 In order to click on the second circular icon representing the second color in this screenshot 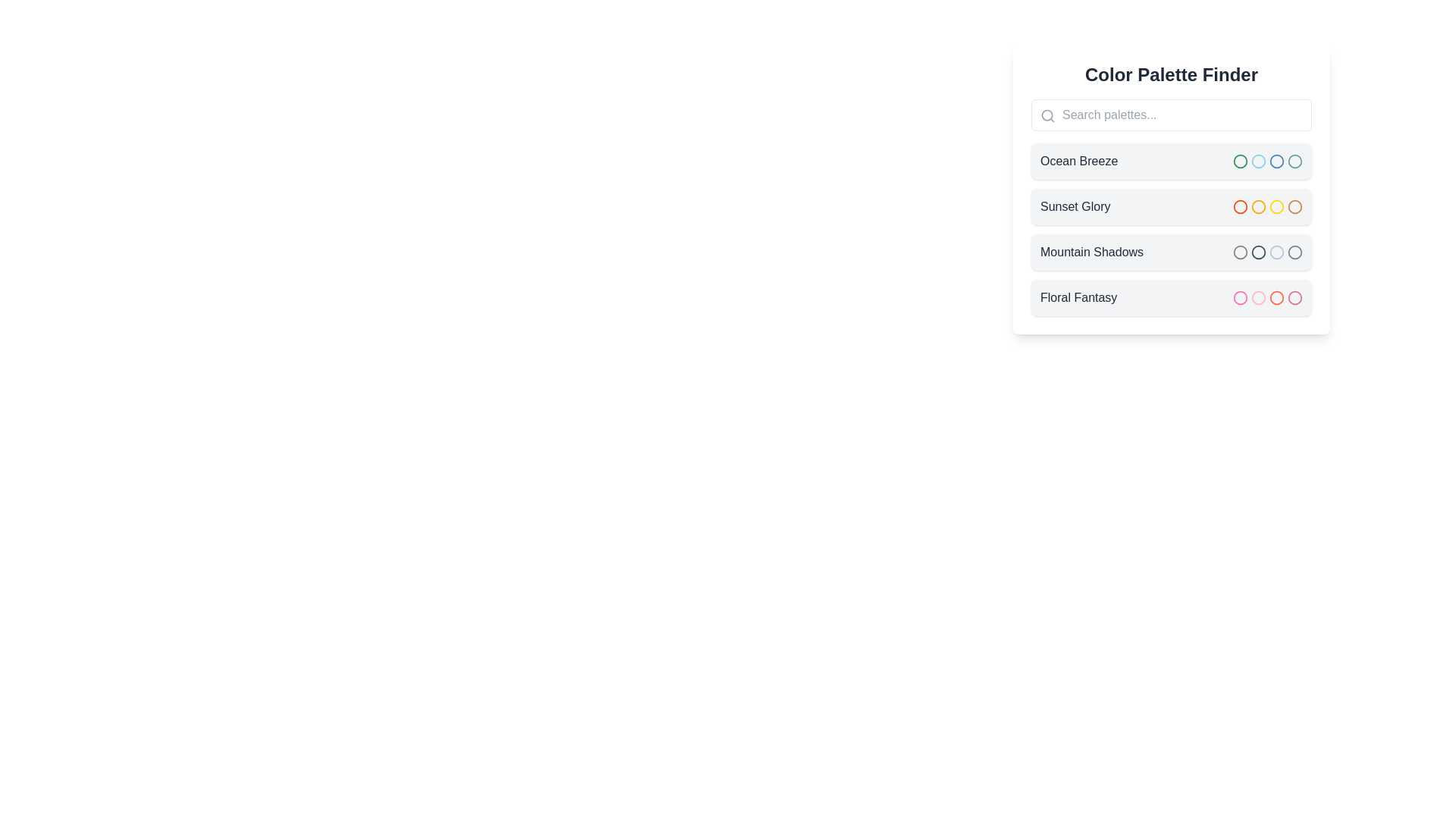, I will do `click(1259, 207)`.